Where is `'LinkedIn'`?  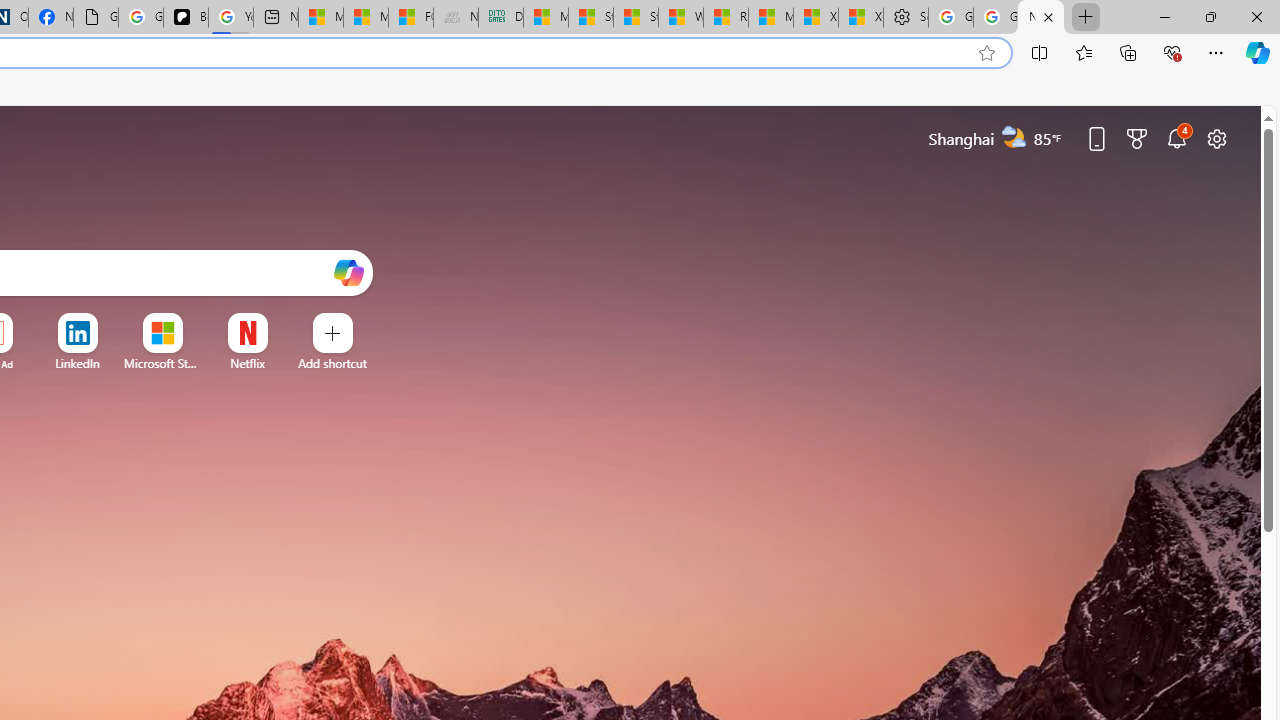 'LinkedIn' is located at coordinates (77, 363).